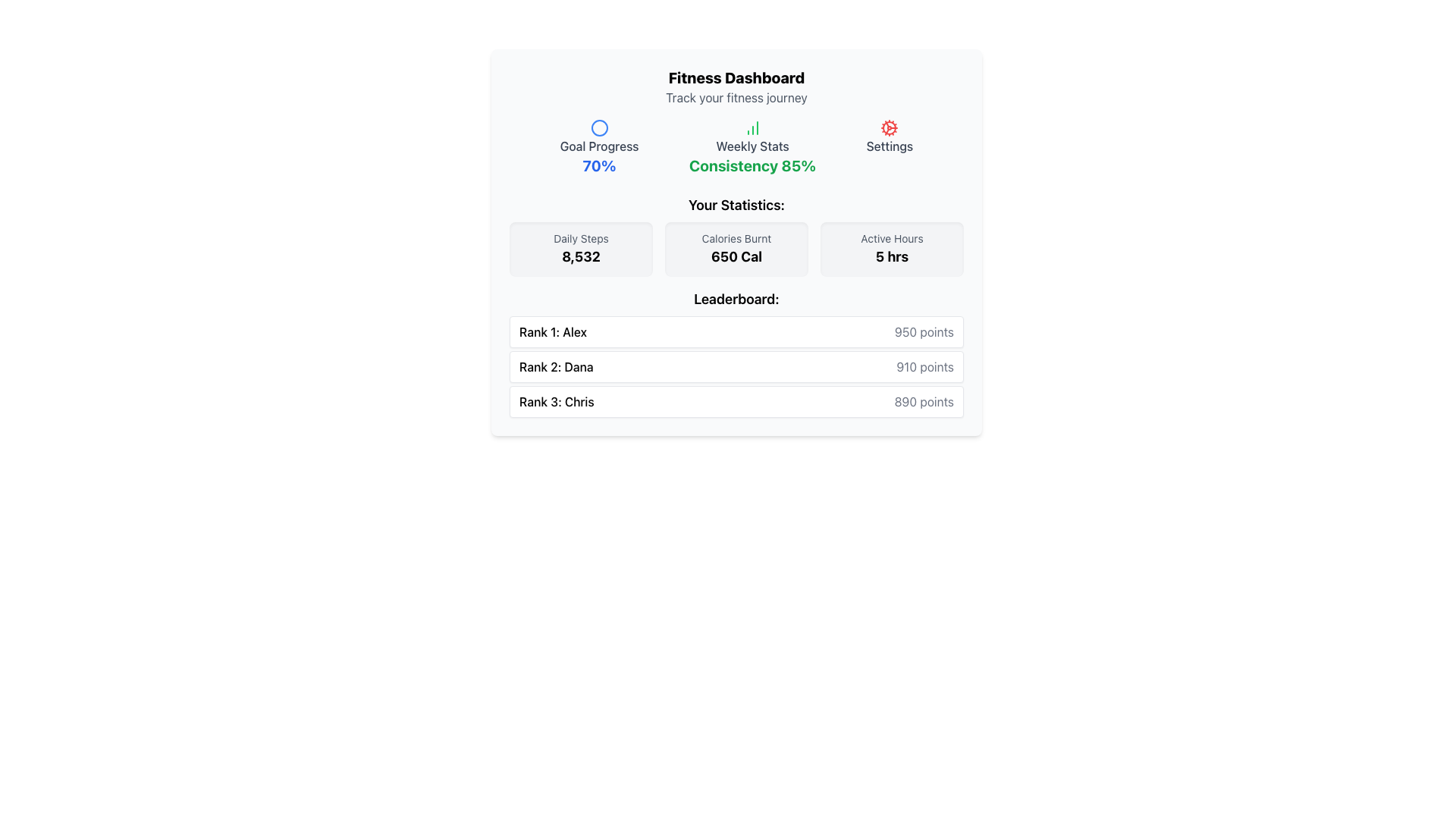 The image size is (1456, 819). I want to click on the settings text label located in the top-right section of the central card, which is adjacent to the cog icon, so click(890, 146).